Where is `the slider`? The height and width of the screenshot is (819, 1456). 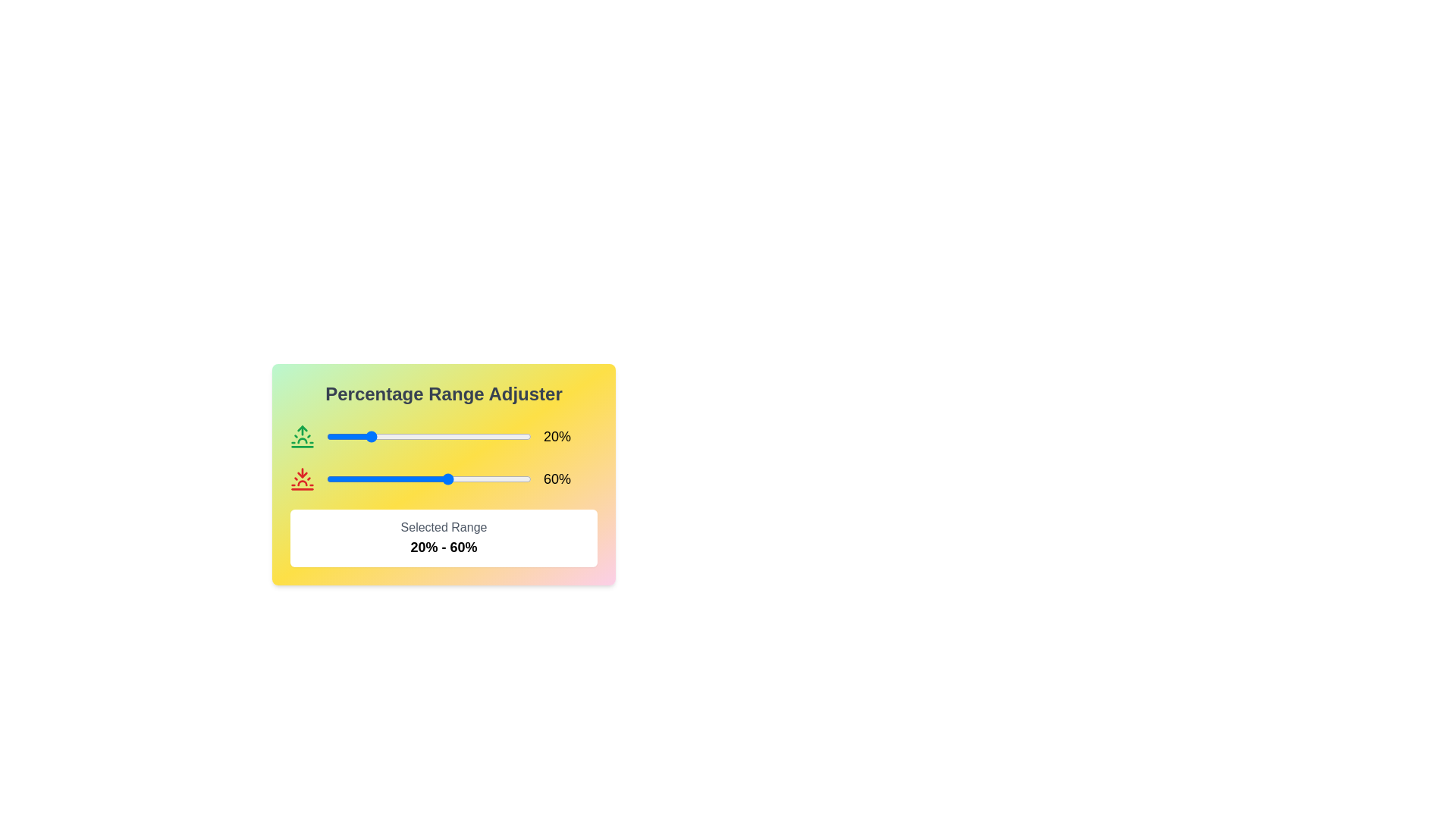 the slider is located at coordinates (426, 436).